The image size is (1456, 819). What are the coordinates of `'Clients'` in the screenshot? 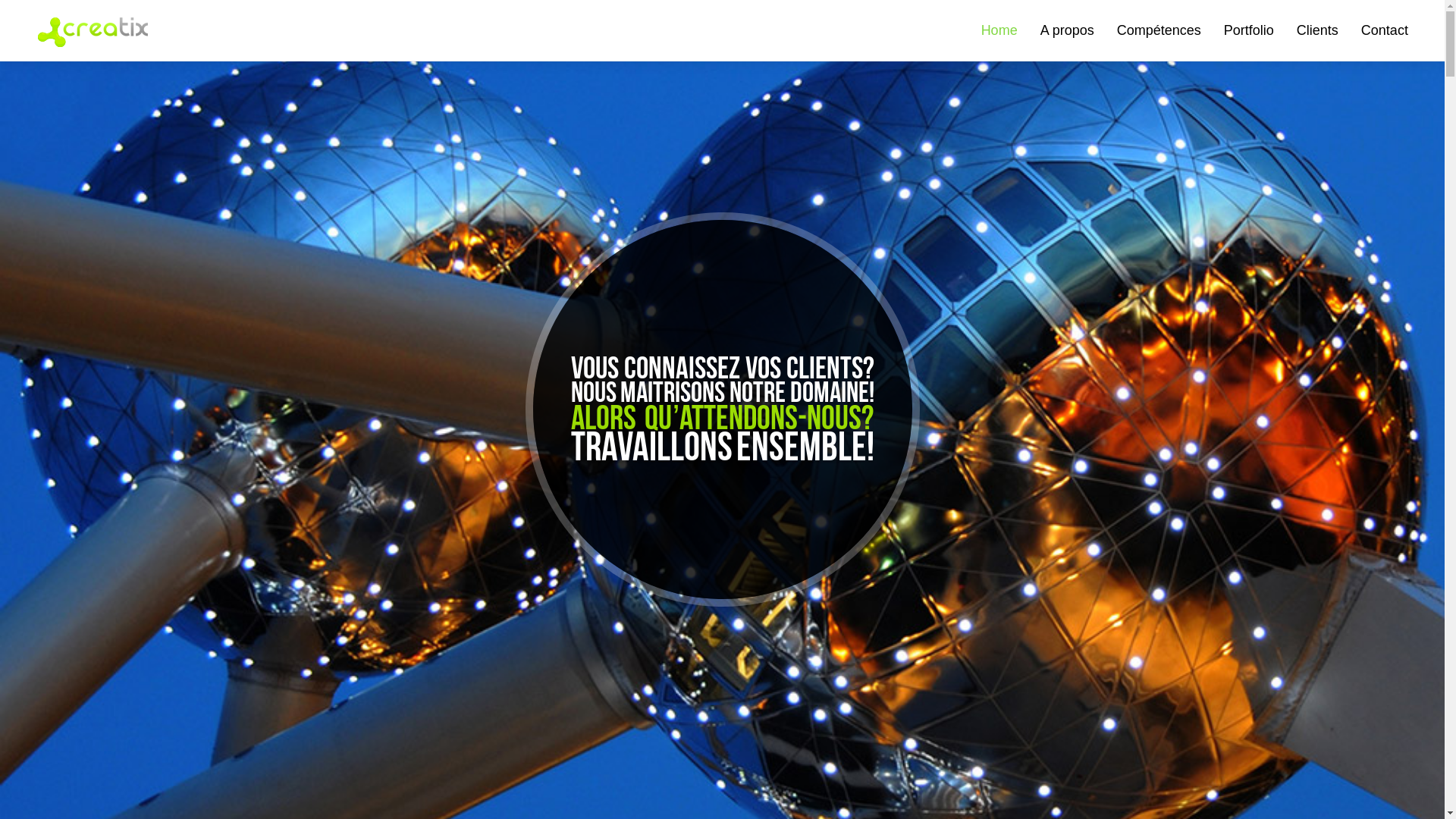 It's located at (1316, 30).